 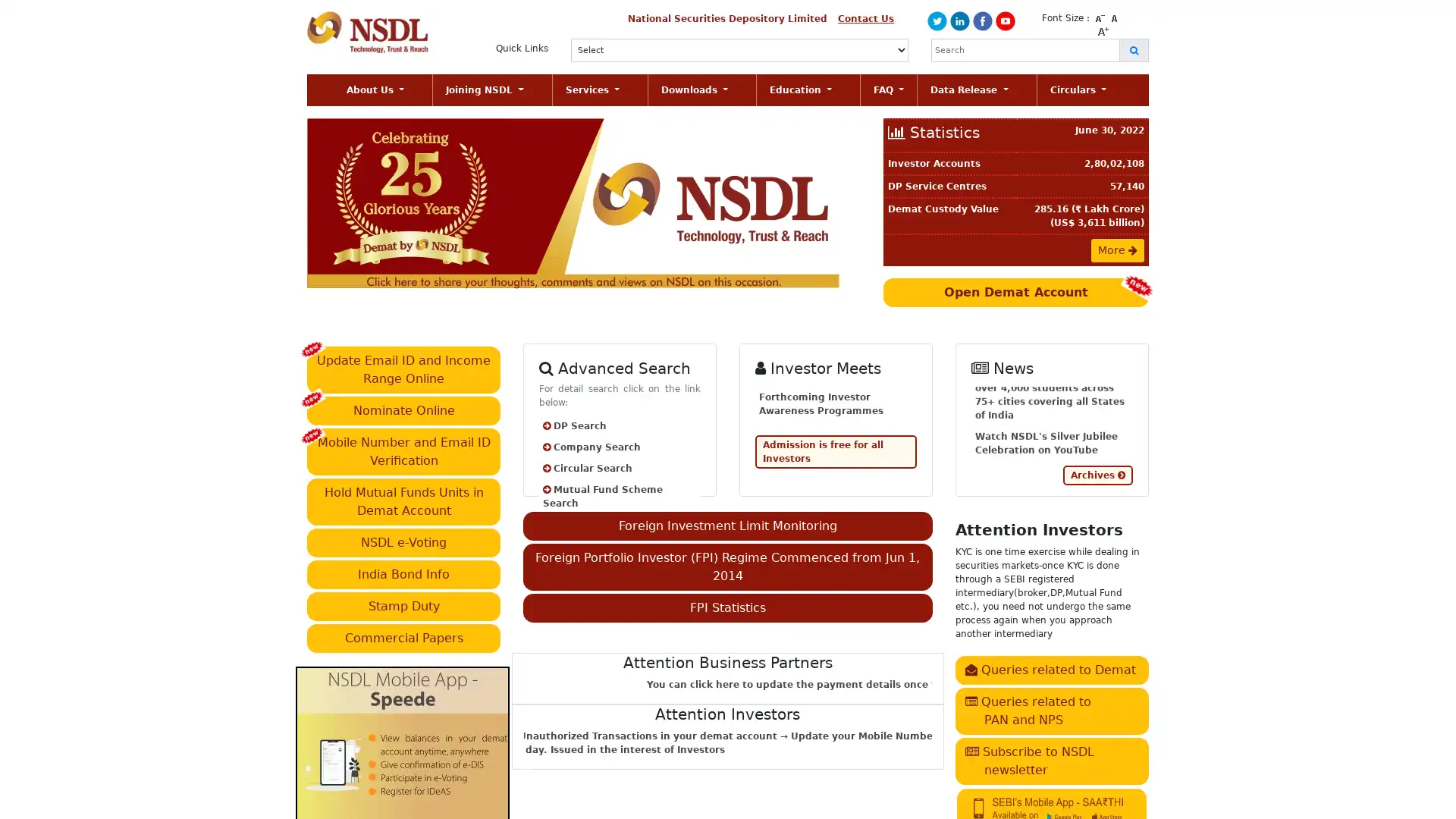 I want to click on Subscribe to NSDL      newsletter, so click(x=1050, y=760).